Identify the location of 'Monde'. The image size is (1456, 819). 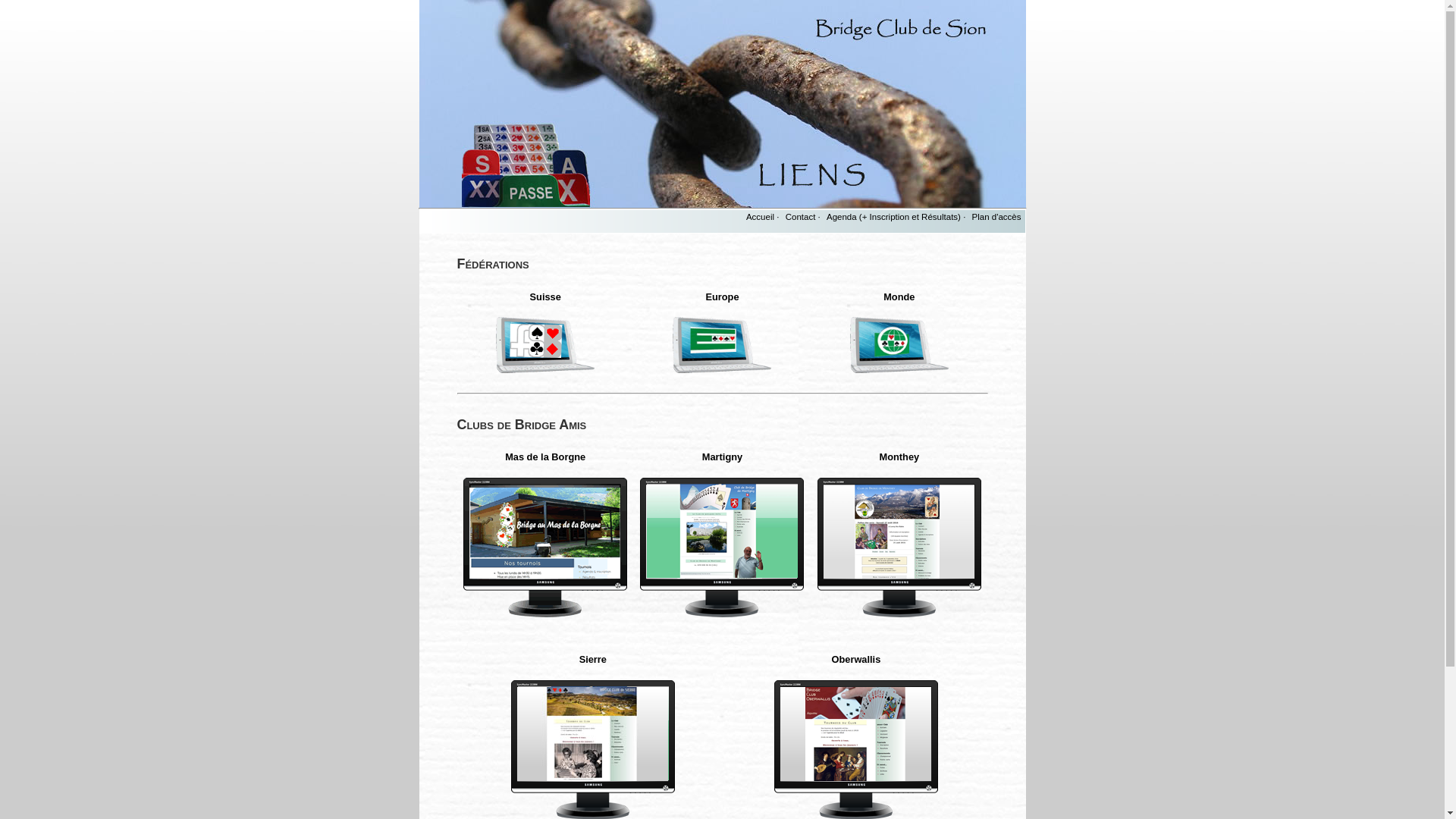
(883, 297).